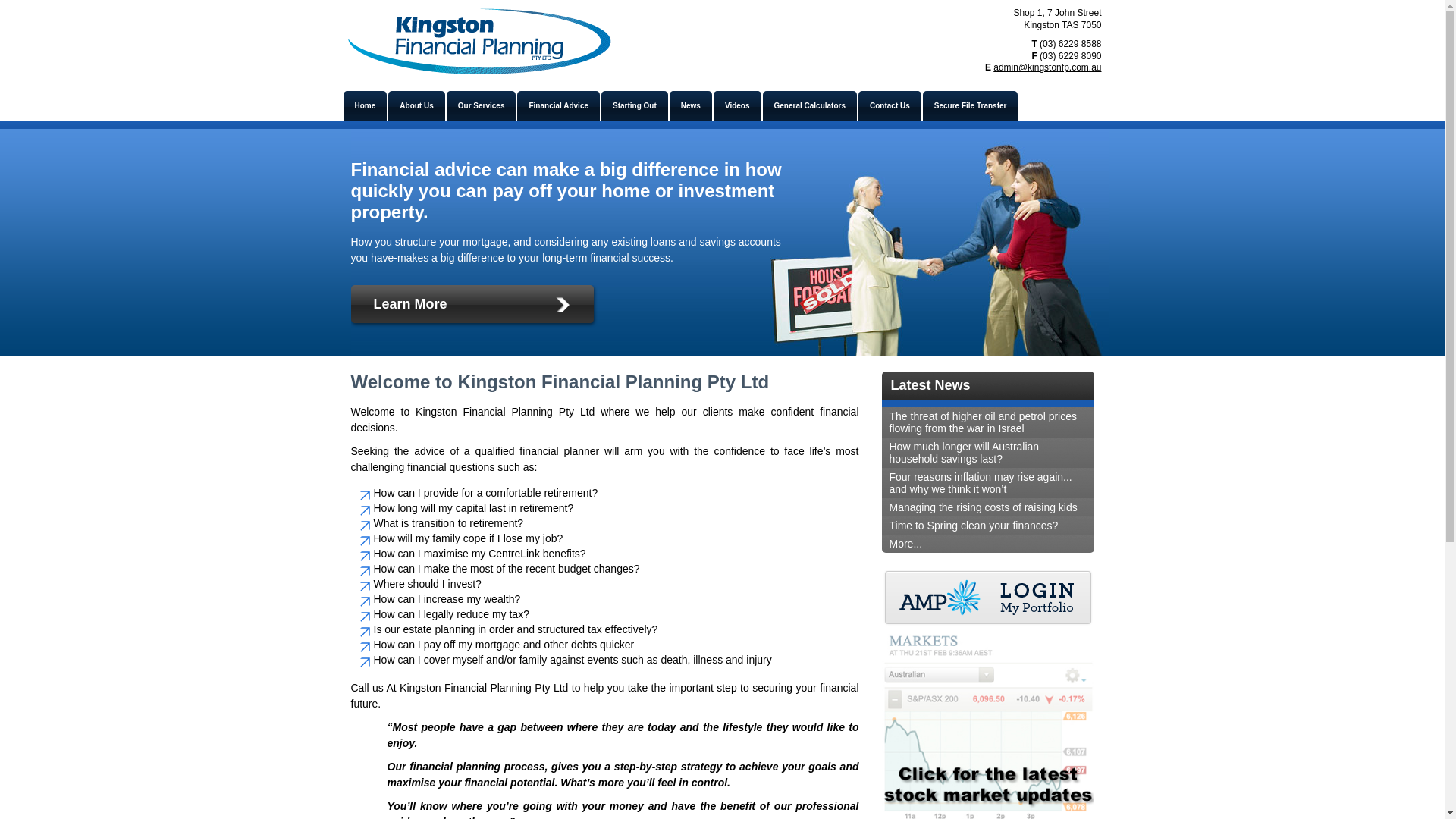 The width and height of the screenshot is (1456, 819). What do you see at coordinates (1046, 66) in the screenshot?
I see `'admin@kingstonfp.com.au'` at bounding box center [1046, 66].